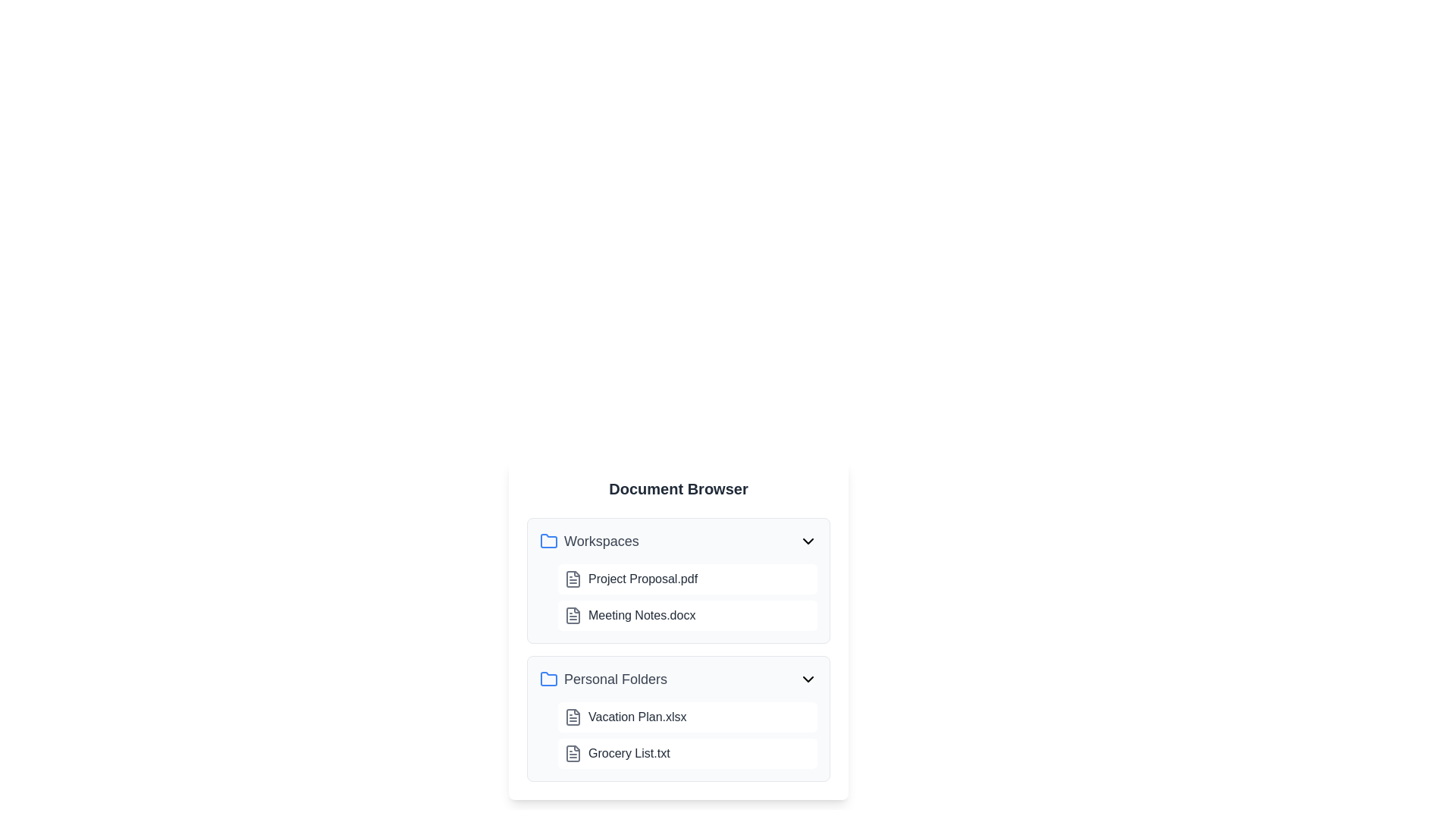 The width and height of the screenshot is (1456, 819). Describe the element at coordinates (572, 616) in the screenshot. I see `the document file icon representing 'Meeting Notes.docx' in the 'Workspaces' section of the 'Document Browser'` at that location.